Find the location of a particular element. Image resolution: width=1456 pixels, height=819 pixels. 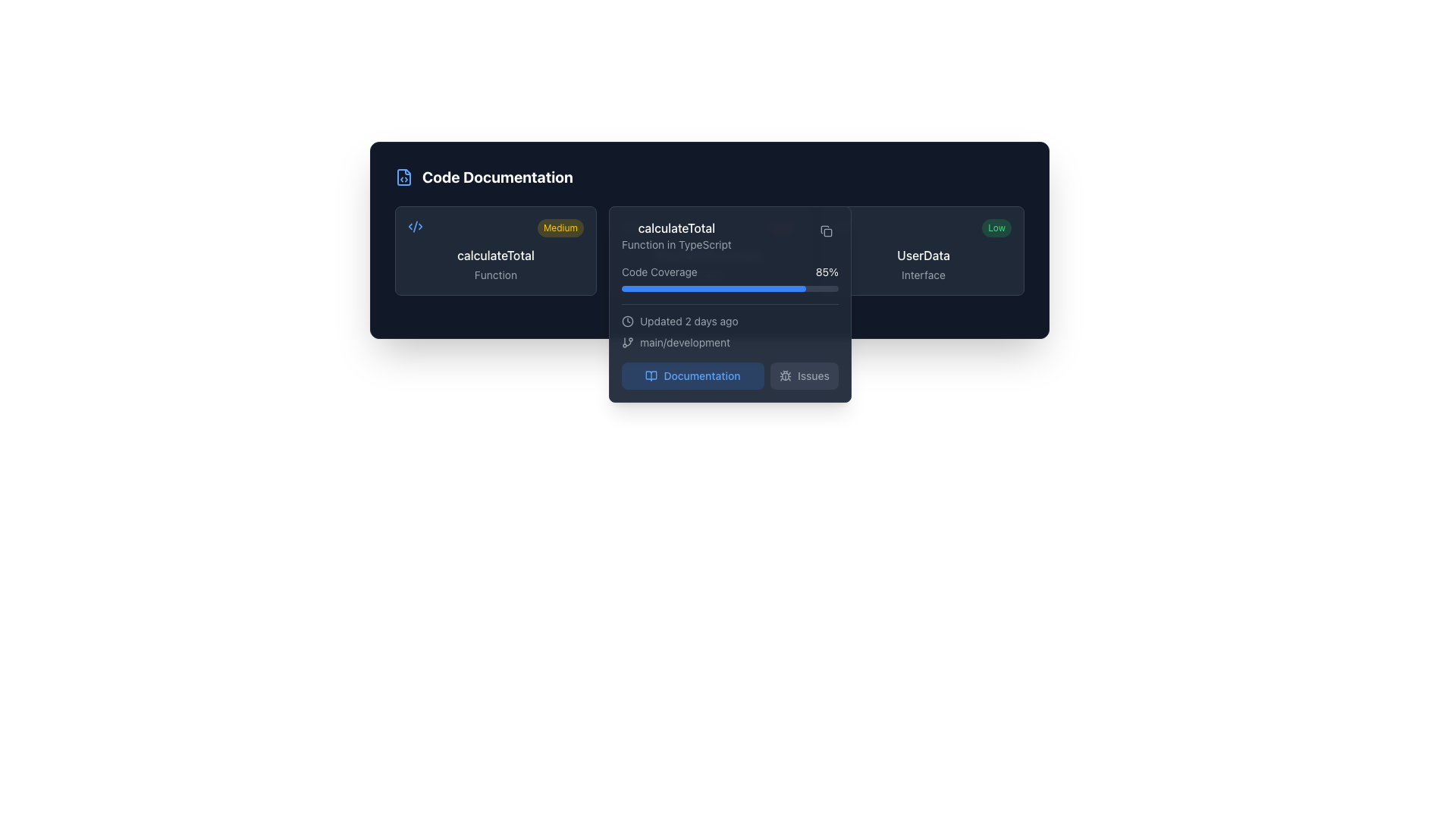

the decorative circular ring of the clock icon located in the top-left corner of the pop-up dialog for the 'calculateTotal' function is located at coordinates (628, 321).